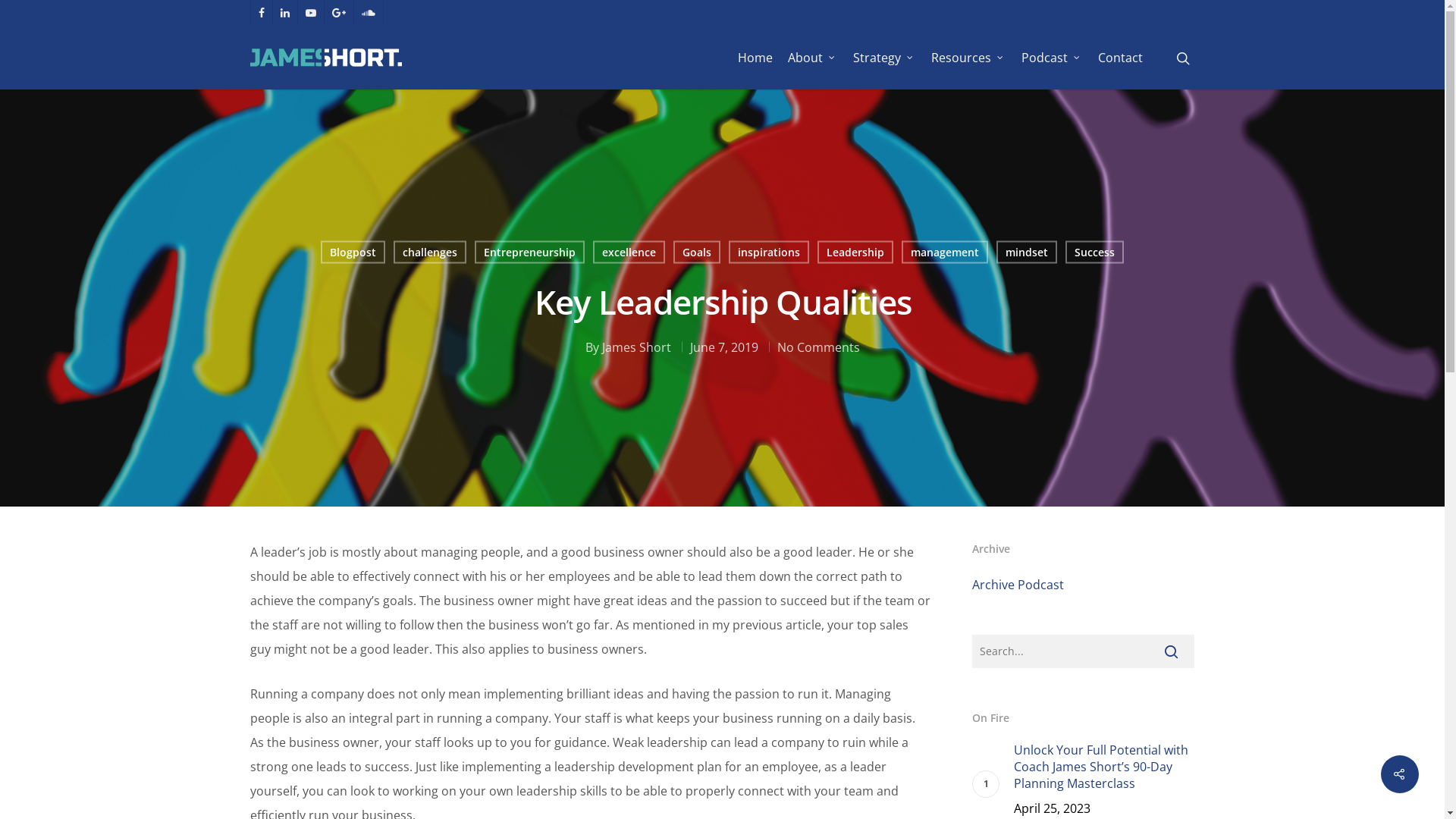  Describe the element at coordinates (884, 57) in the screenshot. I see `'Strategy'` at that location.